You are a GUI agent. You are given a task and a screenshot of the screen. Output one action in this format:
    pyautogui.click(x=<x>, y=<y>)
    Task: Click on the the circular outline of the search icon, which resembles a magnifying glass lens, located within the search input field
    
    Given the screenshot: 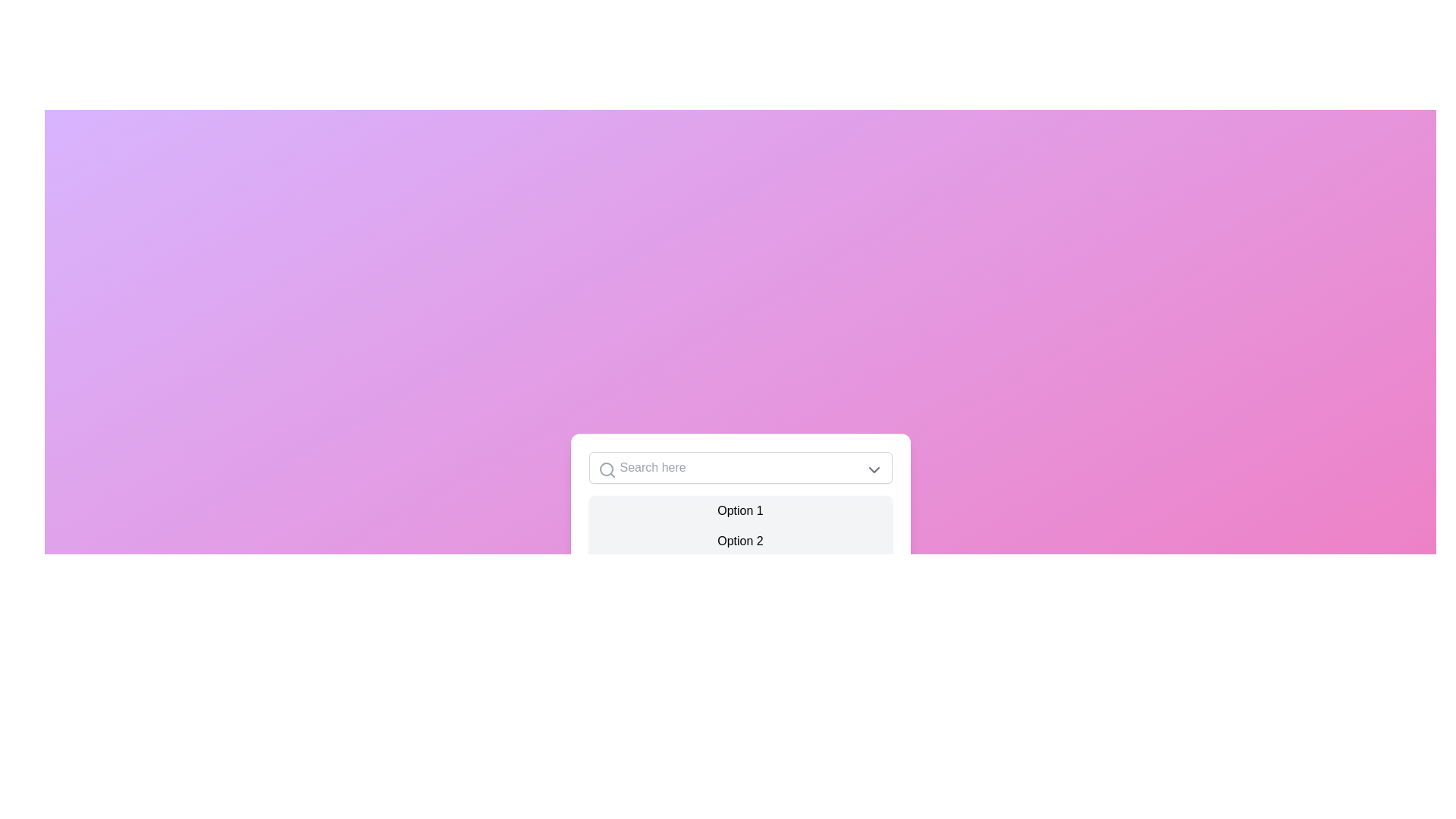 What is the action you would take?
    pyautogui.click(x=605, y=468)
    